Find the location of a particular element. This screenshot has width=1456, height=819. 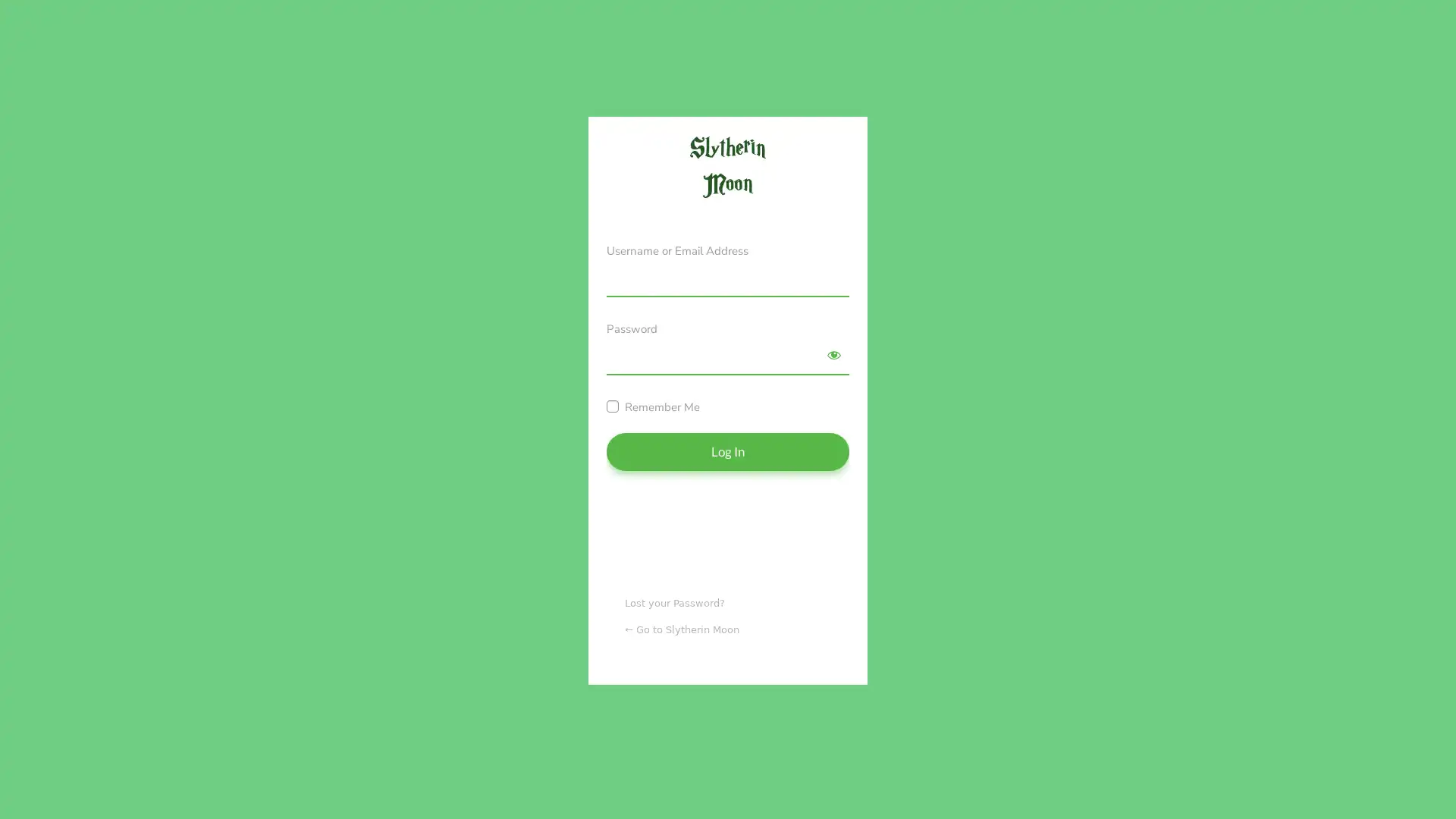

Log In is located at coordinates (728, 450).